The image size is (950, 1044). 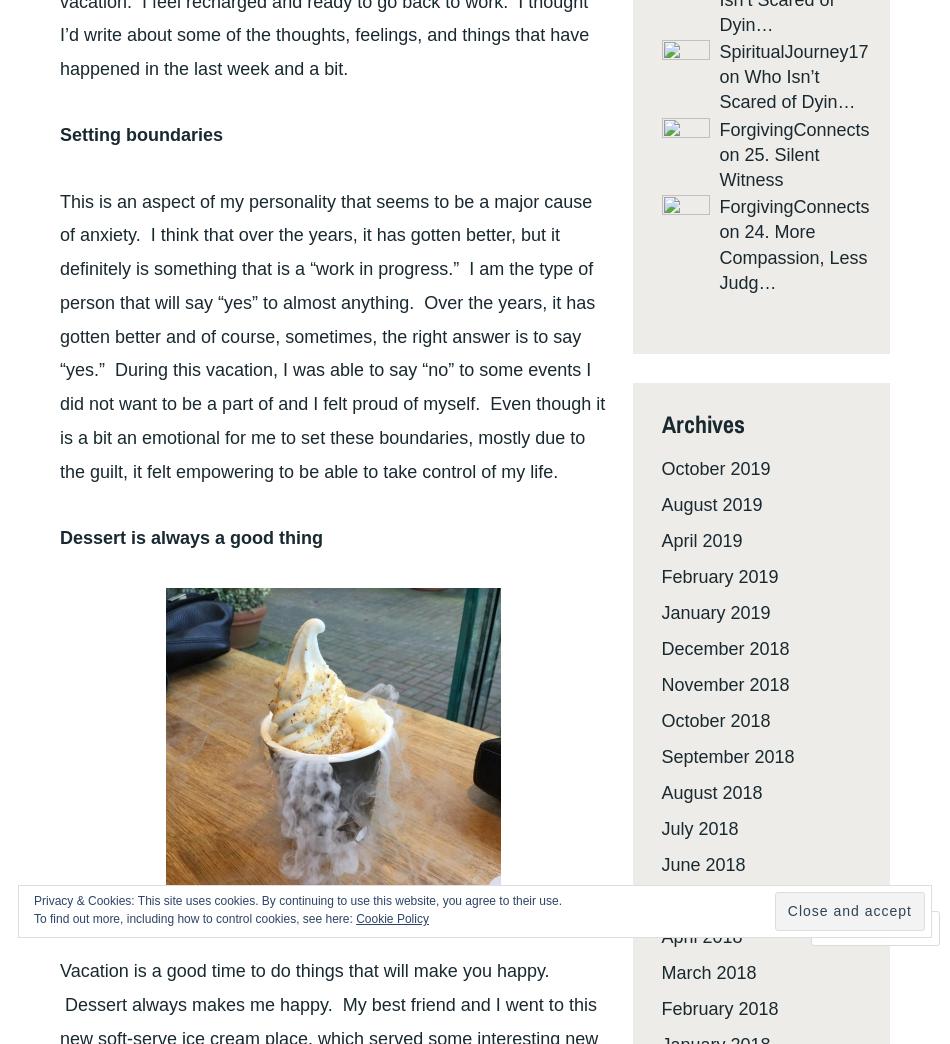 I want to click on 'This is an aspect of my personality that seems to be a major cause of anxiety.  I think that over the years, it has gotten better, but it definitely is something that is a “work in progress.”  I am the type of person that will say “yes” to almost anything.  Over the years, it has gotten better and of course, sometimes, the right answer is to say “yes.”  During this vacation, I was able to say “no” to some events I did not want to be a part of and I felt proud of myself.  Even though it is a bit an emotional for me to set these boundaries, mostly due to the guilt, it felt empowering to be able to take control of my life.', so click(x=331, y=335).